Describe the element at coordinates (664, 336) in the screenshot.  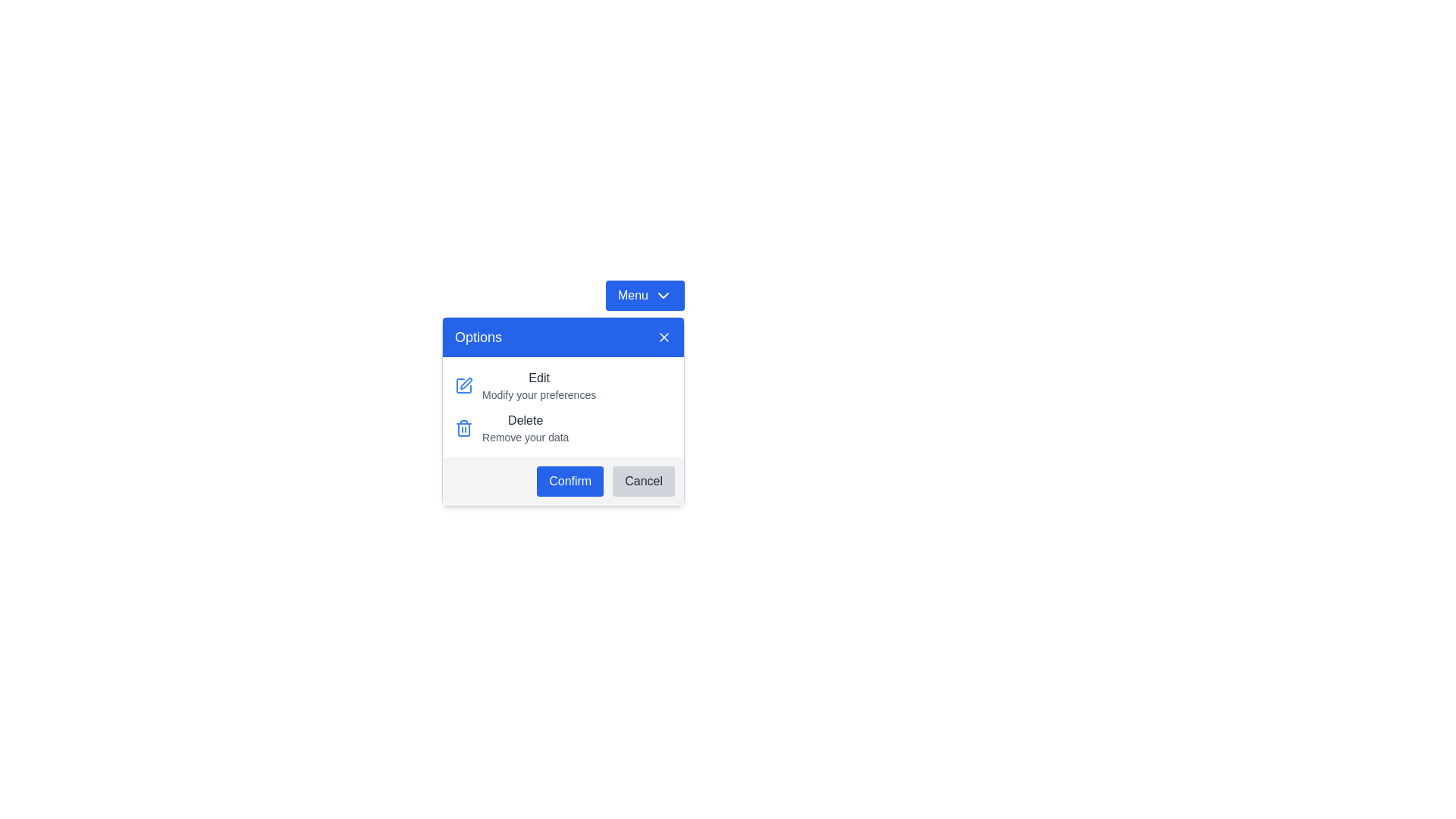
I see `the close icon button located in the top-right corner of the 'Options' popup` at that location.